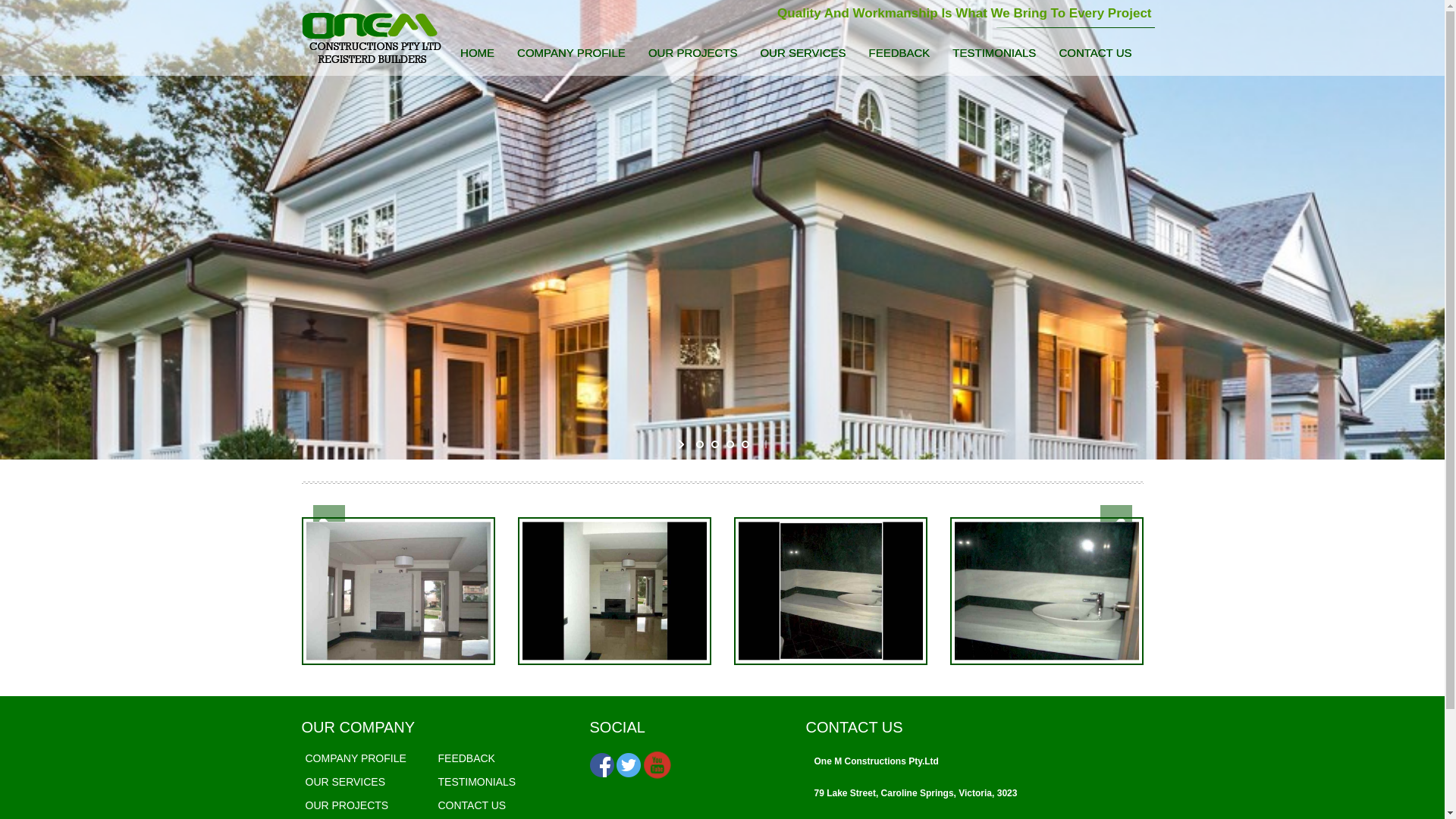 This screenshot has height=819, width=1456. What do you see at coordinates (802, 55) in the screenshot?
I see `'OUR SERVICES'` at bounding box center [802, 55].